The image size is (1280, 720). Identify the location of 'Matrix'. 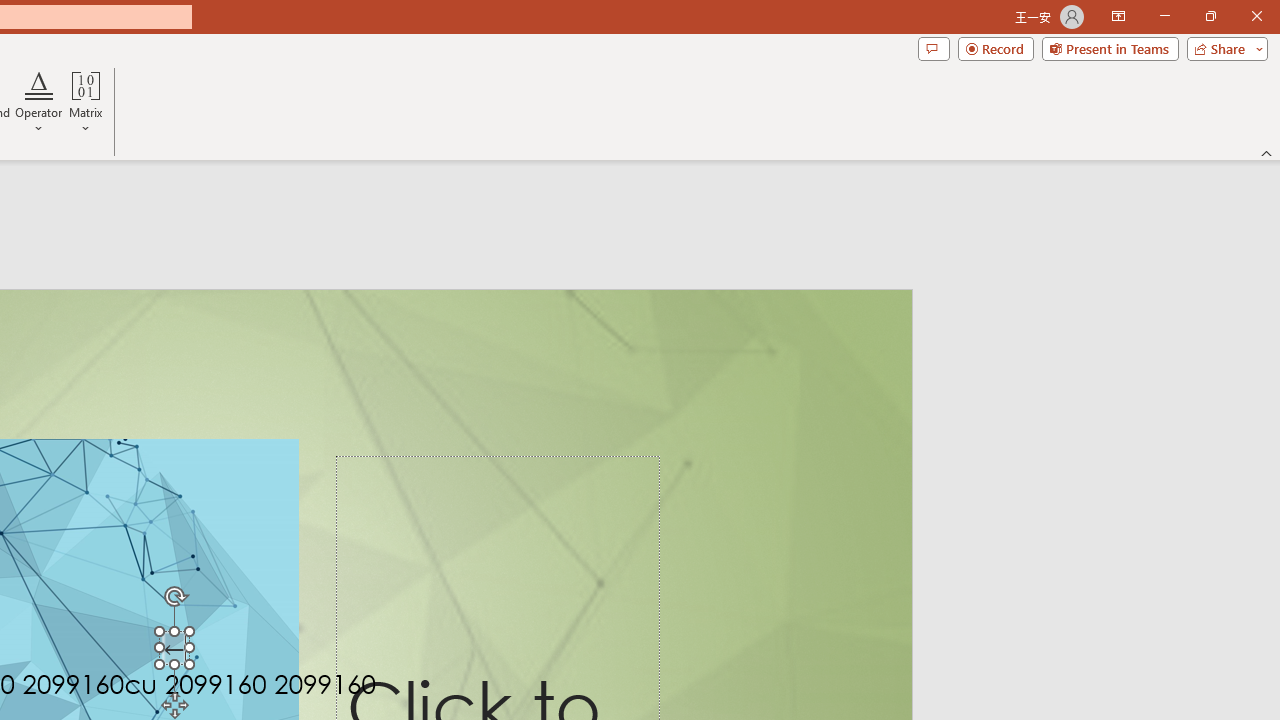
(85, 103).